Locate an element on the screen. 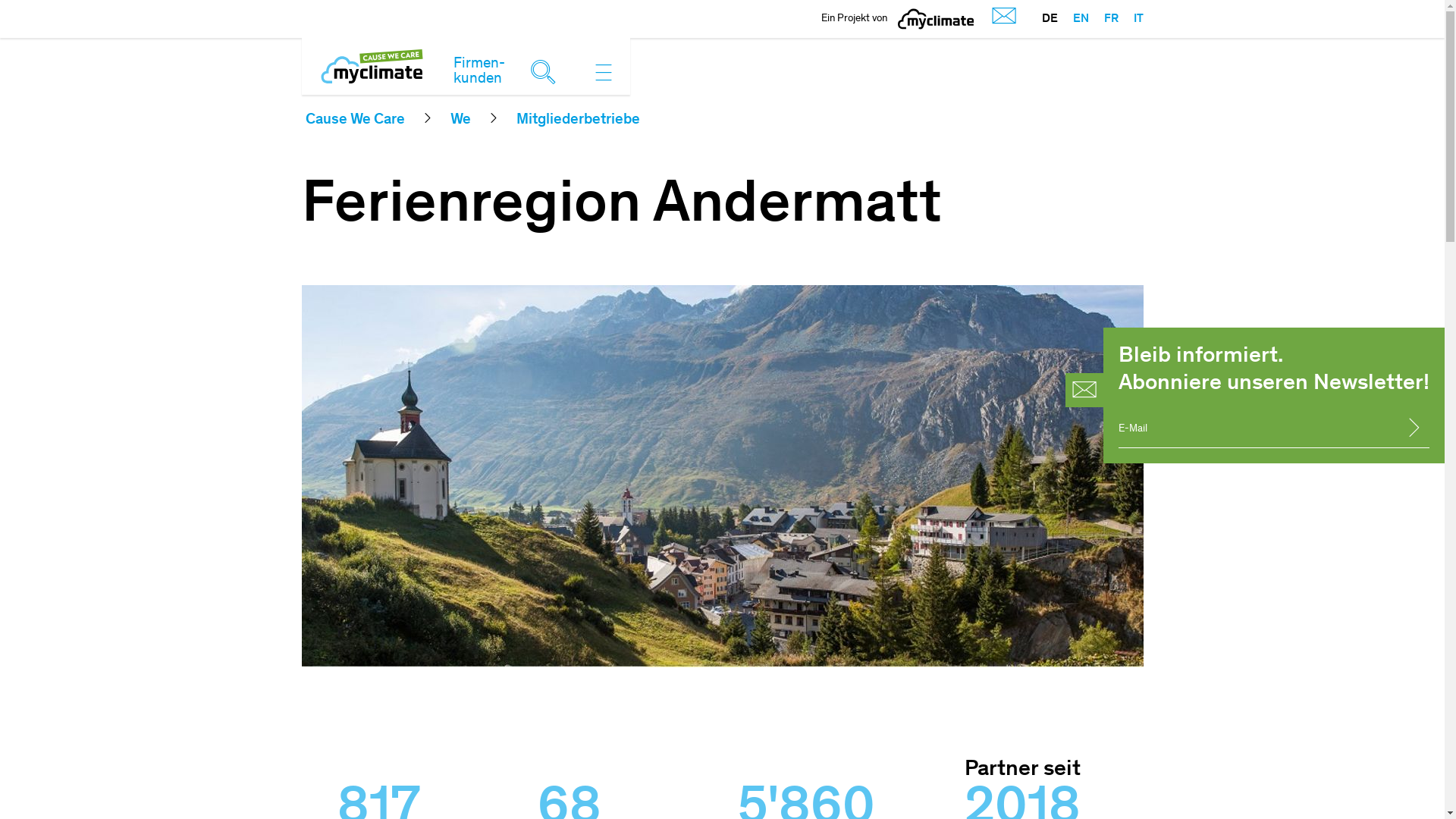 The height and width of the screenshot is (819, 1456). 'EN' is located at coordinates (1072, 18).